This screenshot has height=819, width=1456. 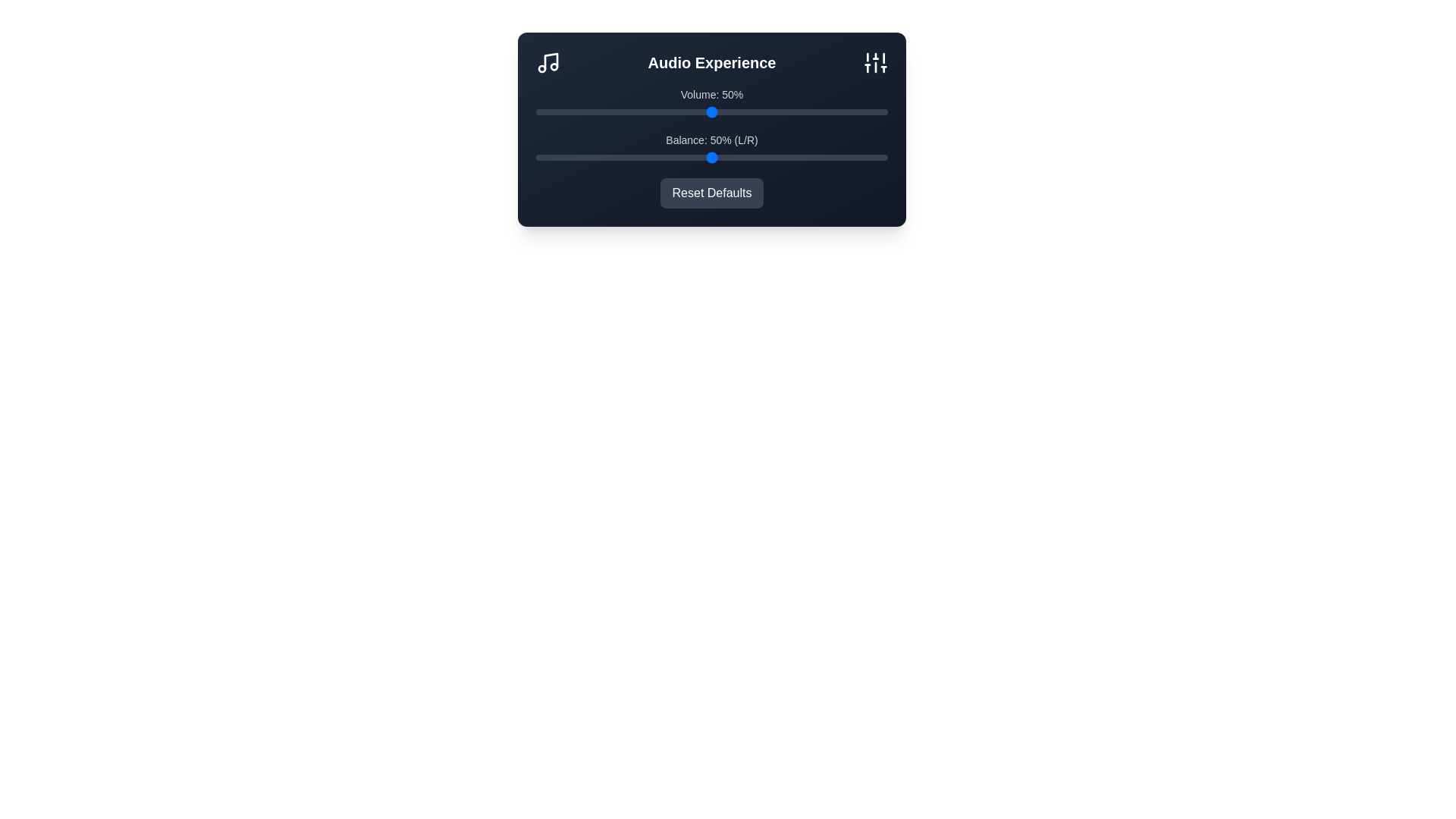 I want to click on the balance slider to 1%, so click(x=539, y=158).